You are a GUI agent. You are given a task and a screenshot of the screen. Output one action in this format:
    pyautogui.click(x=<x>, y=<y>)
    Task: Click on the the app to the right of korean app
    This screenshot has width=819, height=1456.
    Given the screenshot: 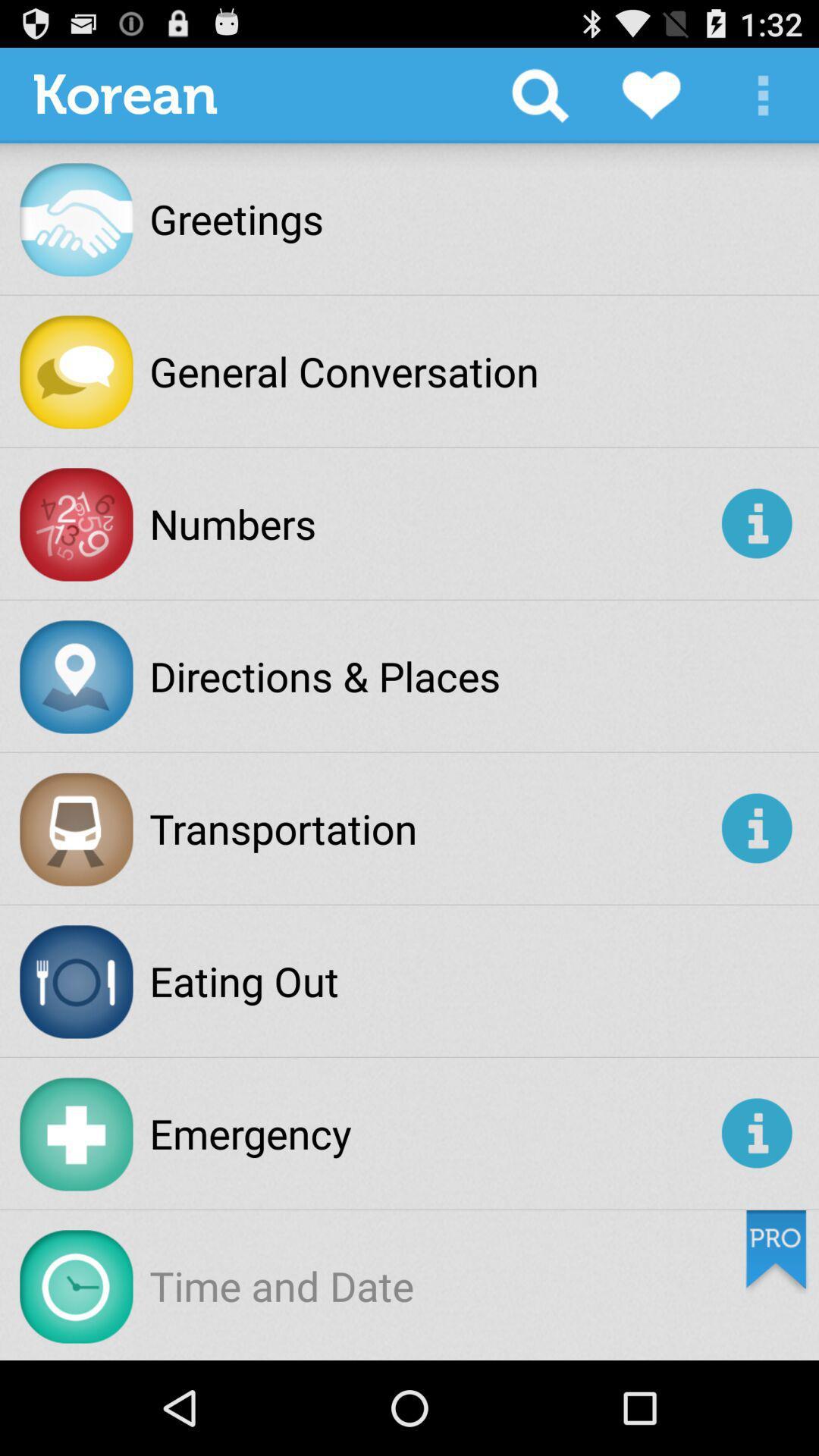 What is the action you would take?
    pyautogui.click(x=539, y=94)
    